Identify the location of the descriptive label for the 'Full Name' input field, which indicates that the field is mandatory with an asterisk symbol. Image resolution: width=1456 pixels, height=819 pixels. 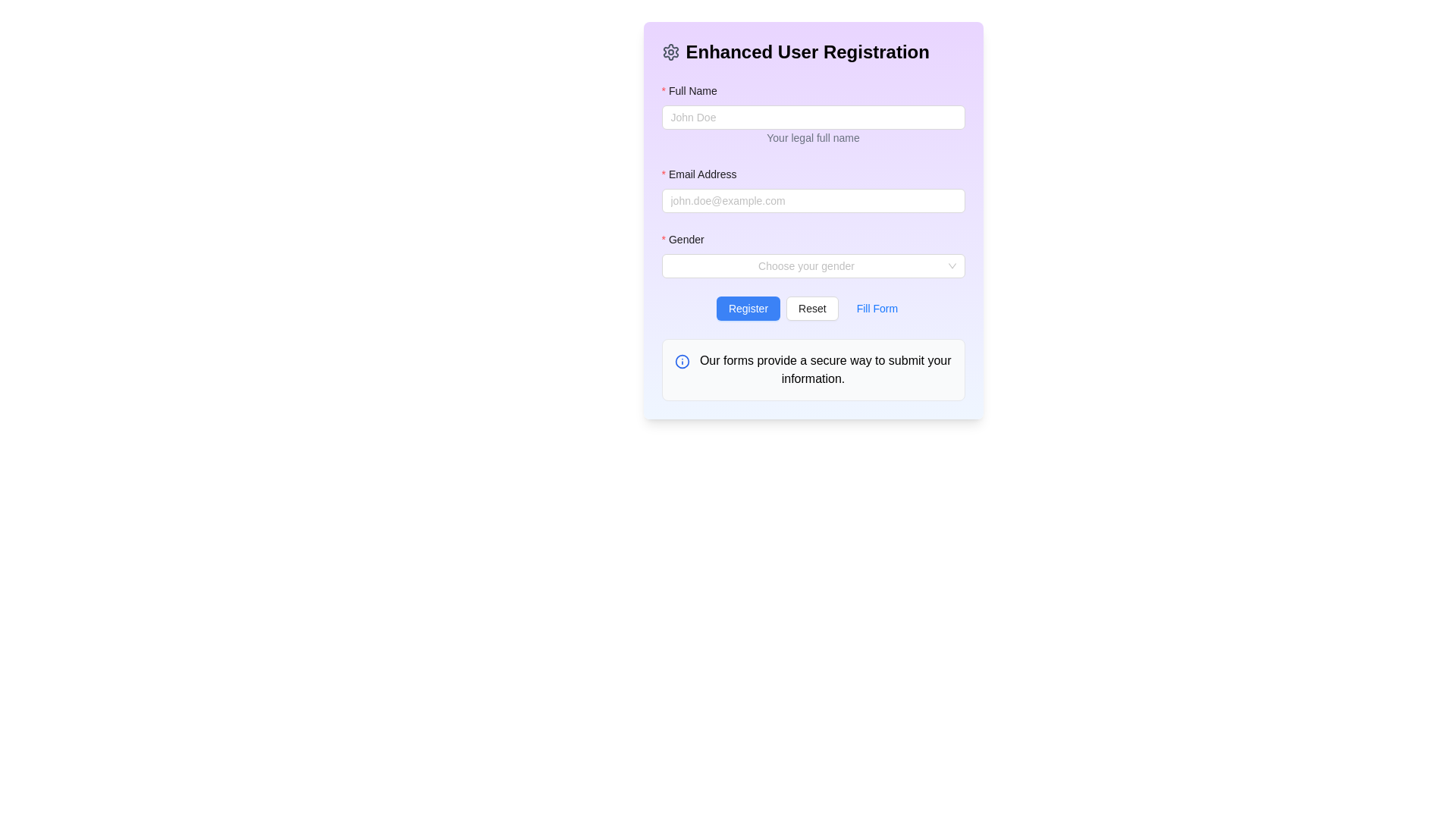
(694, 90).